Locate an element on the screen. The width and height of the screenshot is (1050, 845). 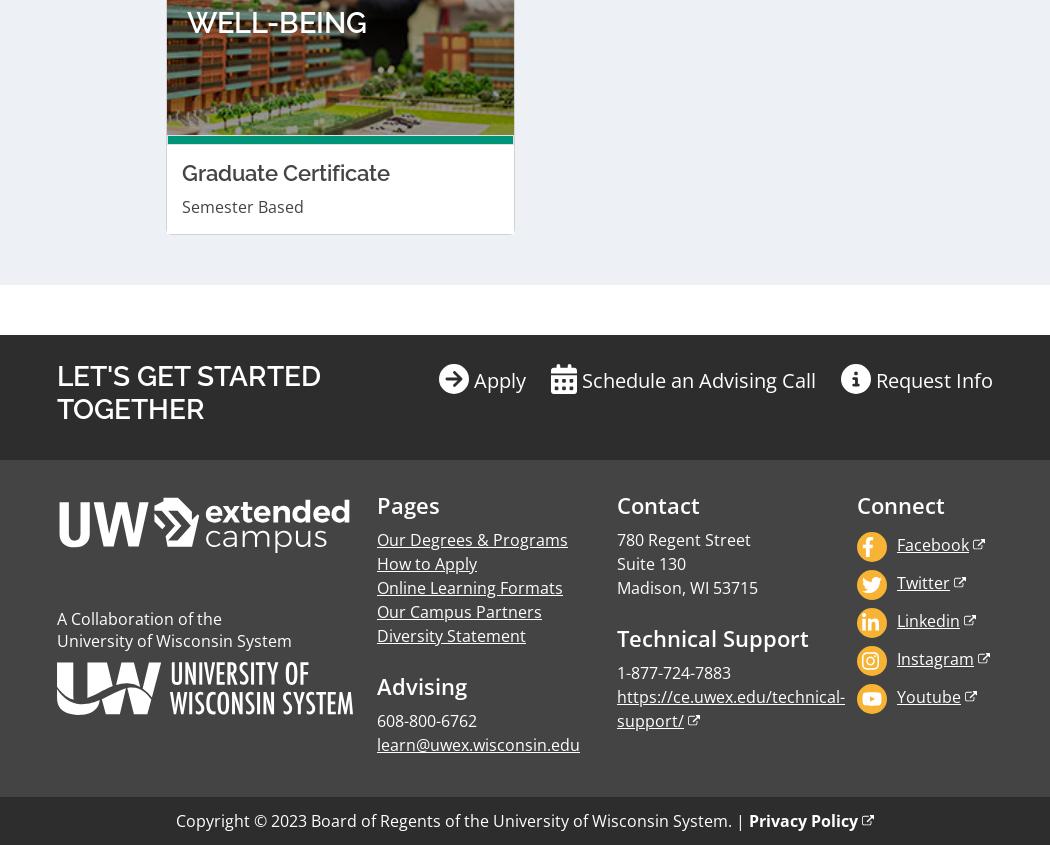
'youtube' is located at coordinates (927, 193).